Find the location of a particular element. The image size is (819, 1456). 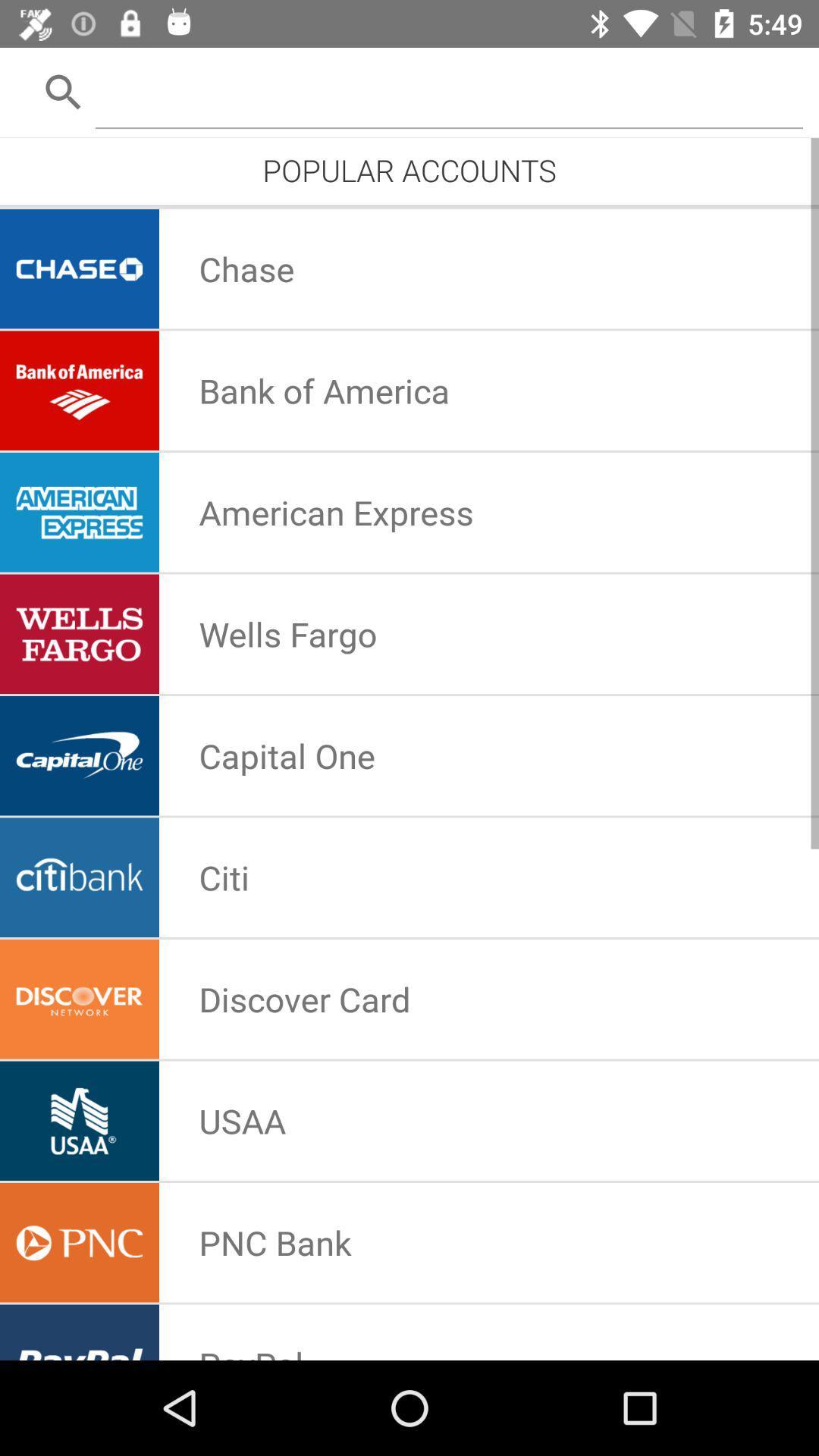

app below wells fargo icon is located at coordinates (287, 755).